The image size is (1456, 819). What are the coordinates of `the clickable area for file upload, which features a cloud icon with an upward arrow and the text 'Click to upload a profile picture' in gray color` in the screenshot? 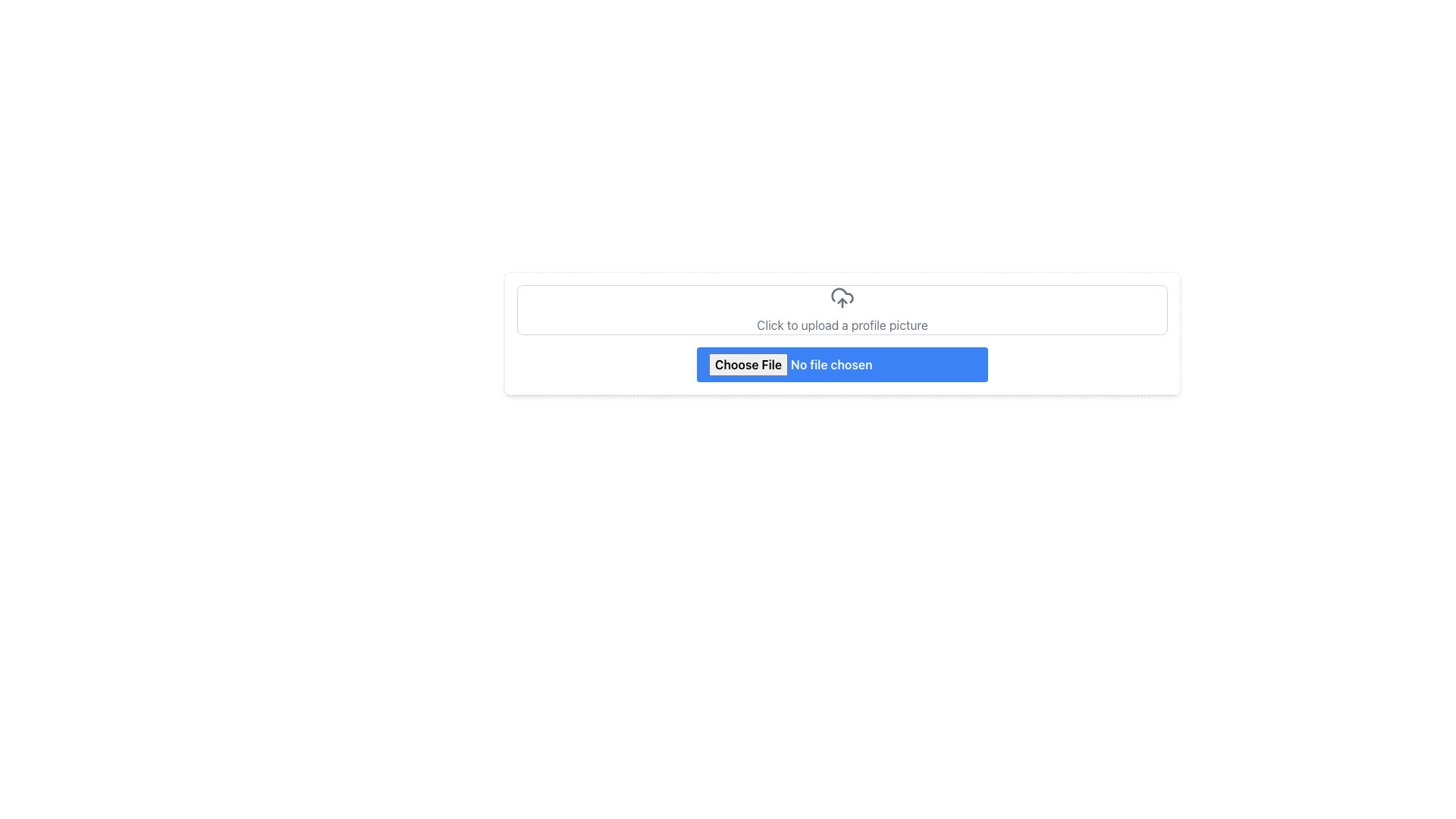 It's located at (841, 309).